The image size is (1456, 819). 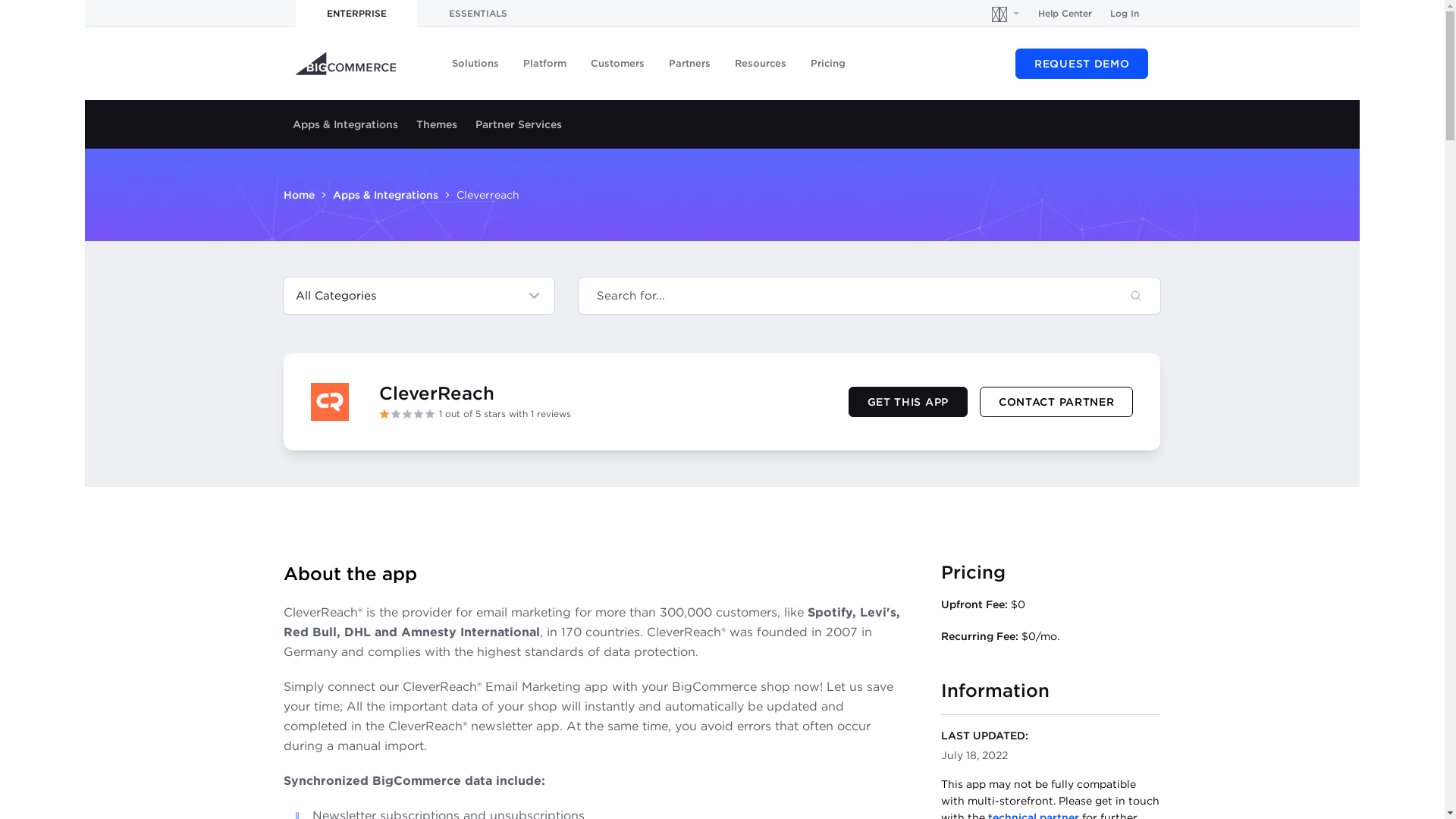 What do you see at coordinates (617, 63) in the screenshot?
I see `'Customers'` at bounding box center [617, 63].